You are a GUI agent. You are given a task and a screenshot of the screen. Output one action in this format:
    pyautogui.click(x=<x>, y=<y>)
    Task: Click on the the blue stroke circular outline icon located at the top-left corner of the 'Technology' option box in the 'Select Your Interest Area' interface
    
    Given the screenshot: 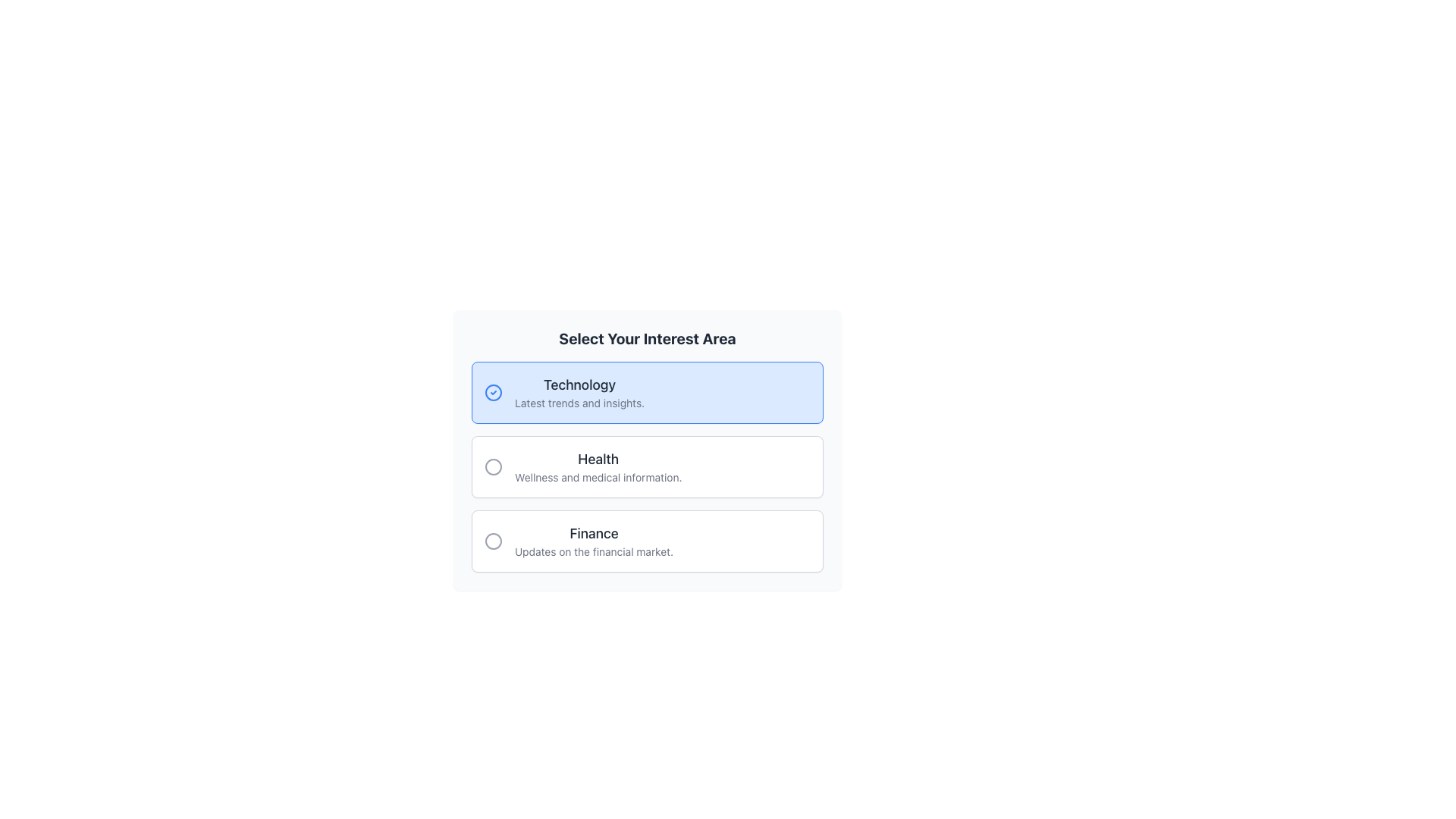 What is the action you would take?
    pyautogui.click(x=494, y=391)
    